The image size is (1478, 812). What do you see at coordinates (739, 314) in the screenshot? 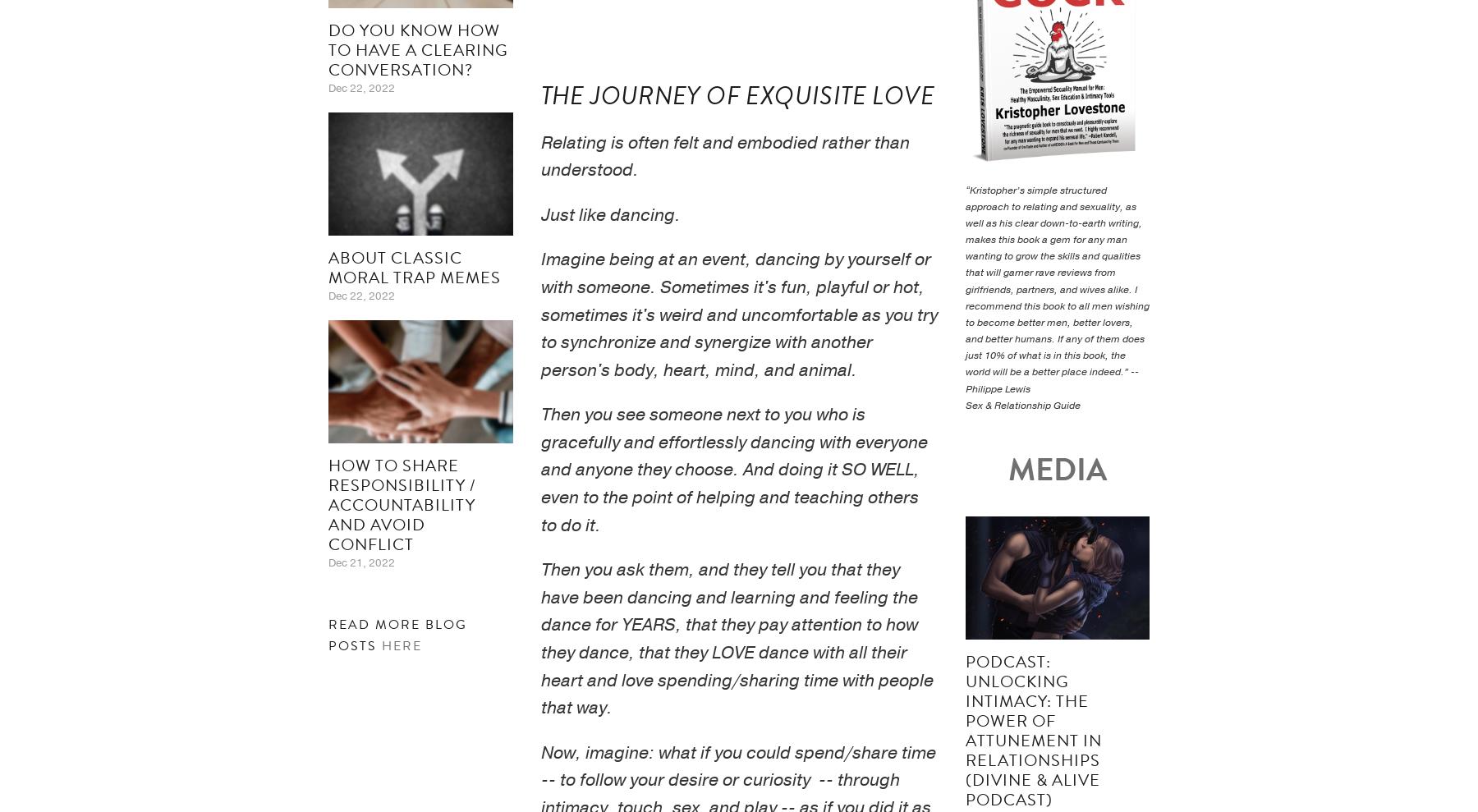
I see `'Imagine being at an event, dancing by yourself or with someone. Sometimes it's fun, playful or hot, sometimes it's weird and uncomfortable as you try to synchronize and synergize with another person's body, heart, mind, and animal.'` at bounding box center [739, 314].